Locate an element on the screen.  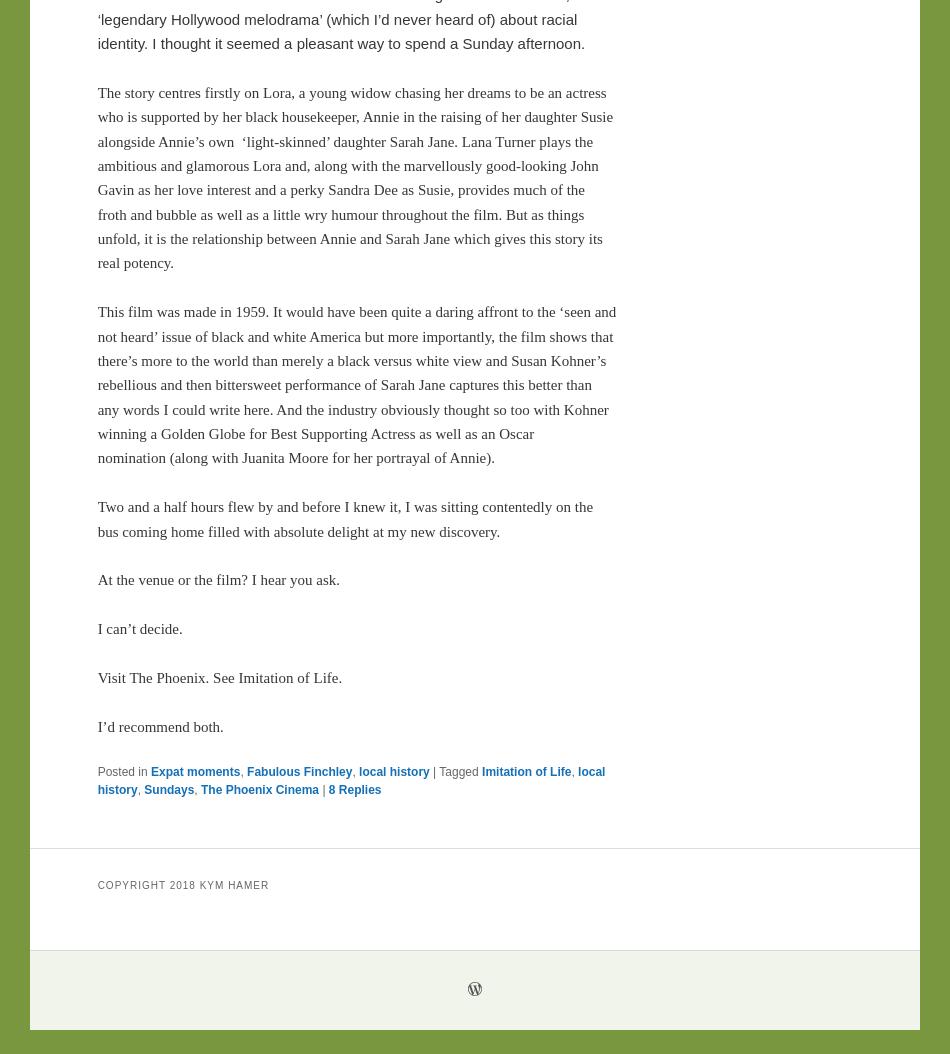
'This film was made in 1959. It would have been quite a daring affront to the ‘seen and not heard’ issue of black and white America but more importantly, the film shows that there’s more to the world than merely a black versus white view and Susan Kohner’s rebellious and then bittersweet performance of Sarah Jane captures this better than any words I could write here. And the industry obviously thought so too with Kohner winning a Golden Globe for Best Supporting Actress as well as an Oscar nomination (along with Juanita Moore for her portrayal of Annie).' is located at coordinates (355, 384).